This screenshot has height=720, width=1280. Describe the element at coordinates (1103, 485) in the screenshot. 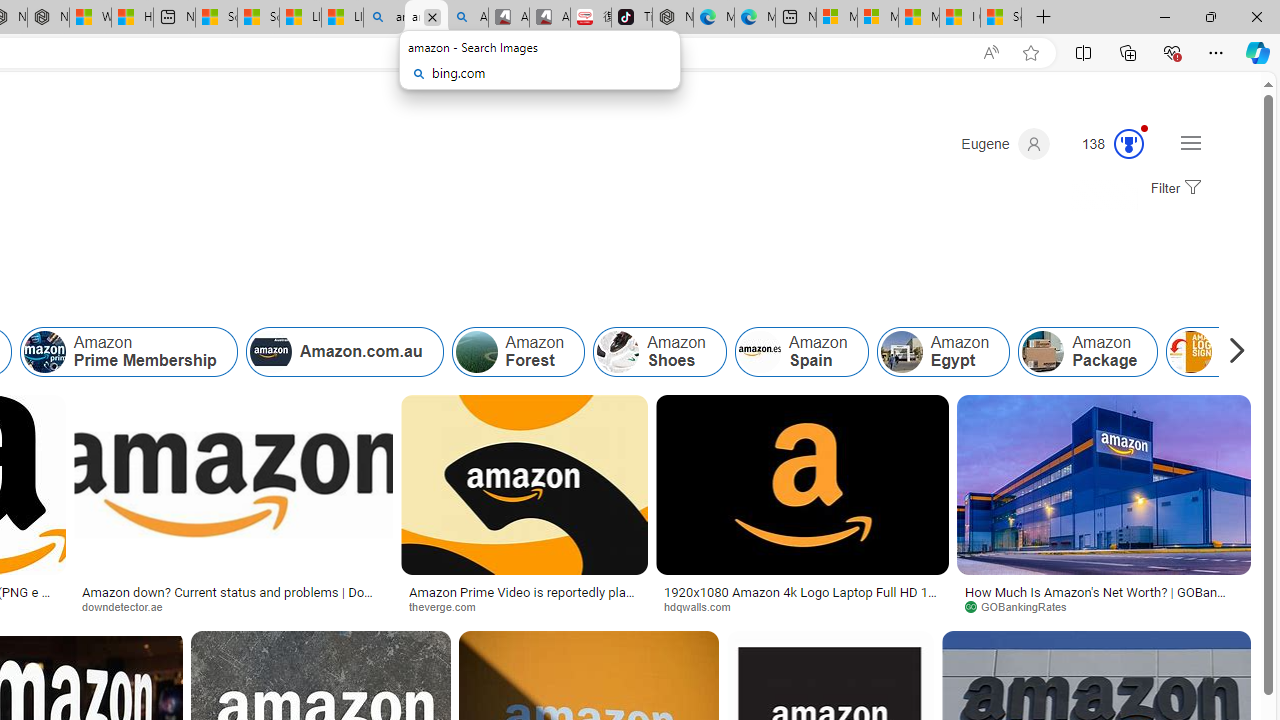

I see `'Image result for amazon'` at that location.